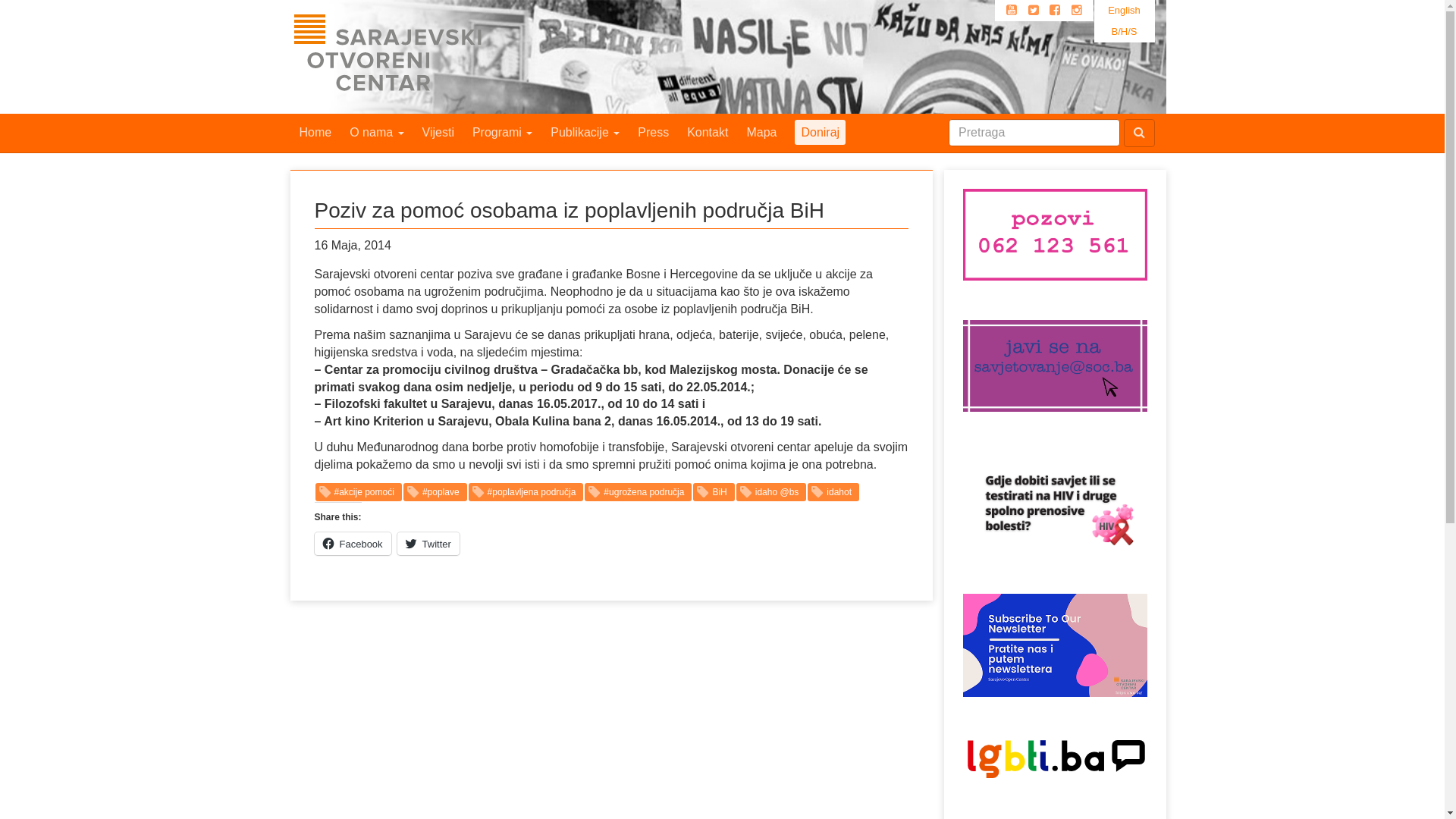  What do you see at coordinates (692, 491) in the screenshot?
I see `'BiH'` at bounding box center [692, 491].